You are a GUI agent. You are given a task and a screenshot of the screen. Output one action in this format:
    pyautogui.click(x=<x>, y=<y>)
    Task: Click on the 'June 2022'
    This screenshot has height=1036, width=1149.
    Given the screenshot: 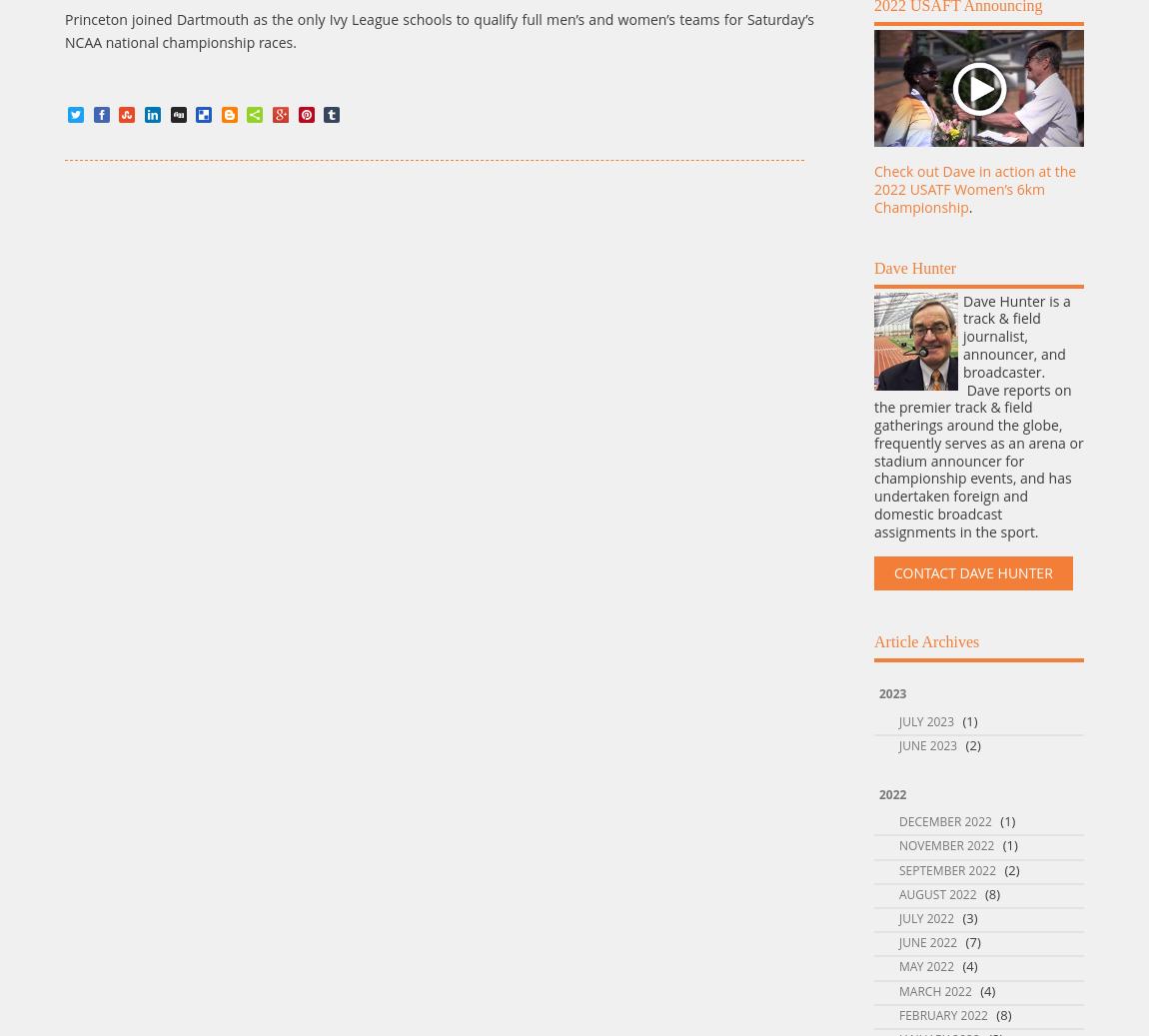 What is the action you would take?
    pyautogui.click(x=927, y=942)
    